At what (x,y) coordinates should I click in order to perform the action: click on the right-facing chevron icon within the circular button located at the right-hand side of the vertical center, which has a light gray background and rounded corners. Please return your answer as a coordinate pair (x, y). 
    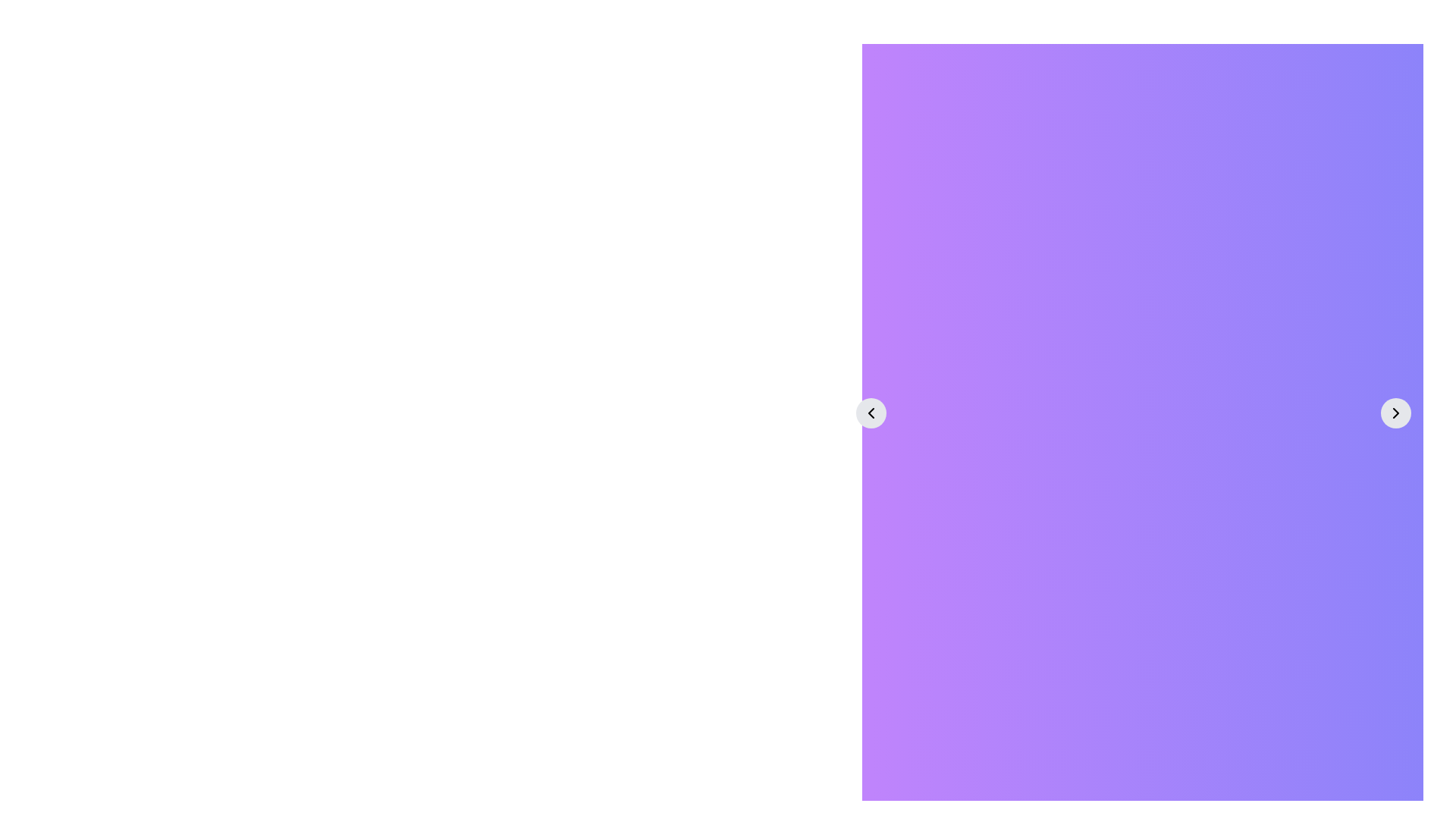
    Looking at the image, I should click on (1395, 413).